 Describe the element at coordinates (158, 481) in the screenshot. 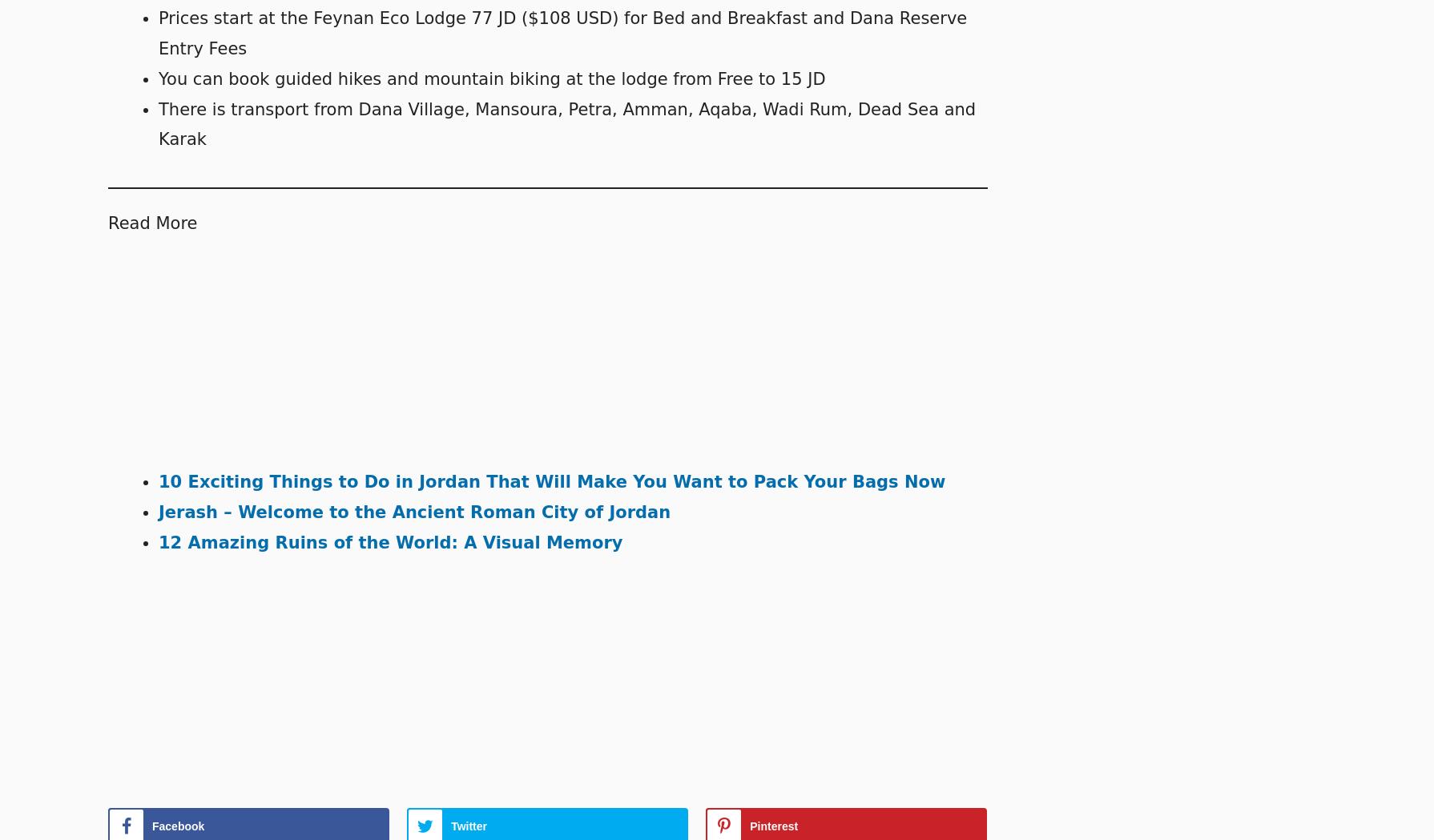

I see `'10 Exciting Things to Do in Jordan That Will Make You Want to Pack Your Bags Now'` at that location.